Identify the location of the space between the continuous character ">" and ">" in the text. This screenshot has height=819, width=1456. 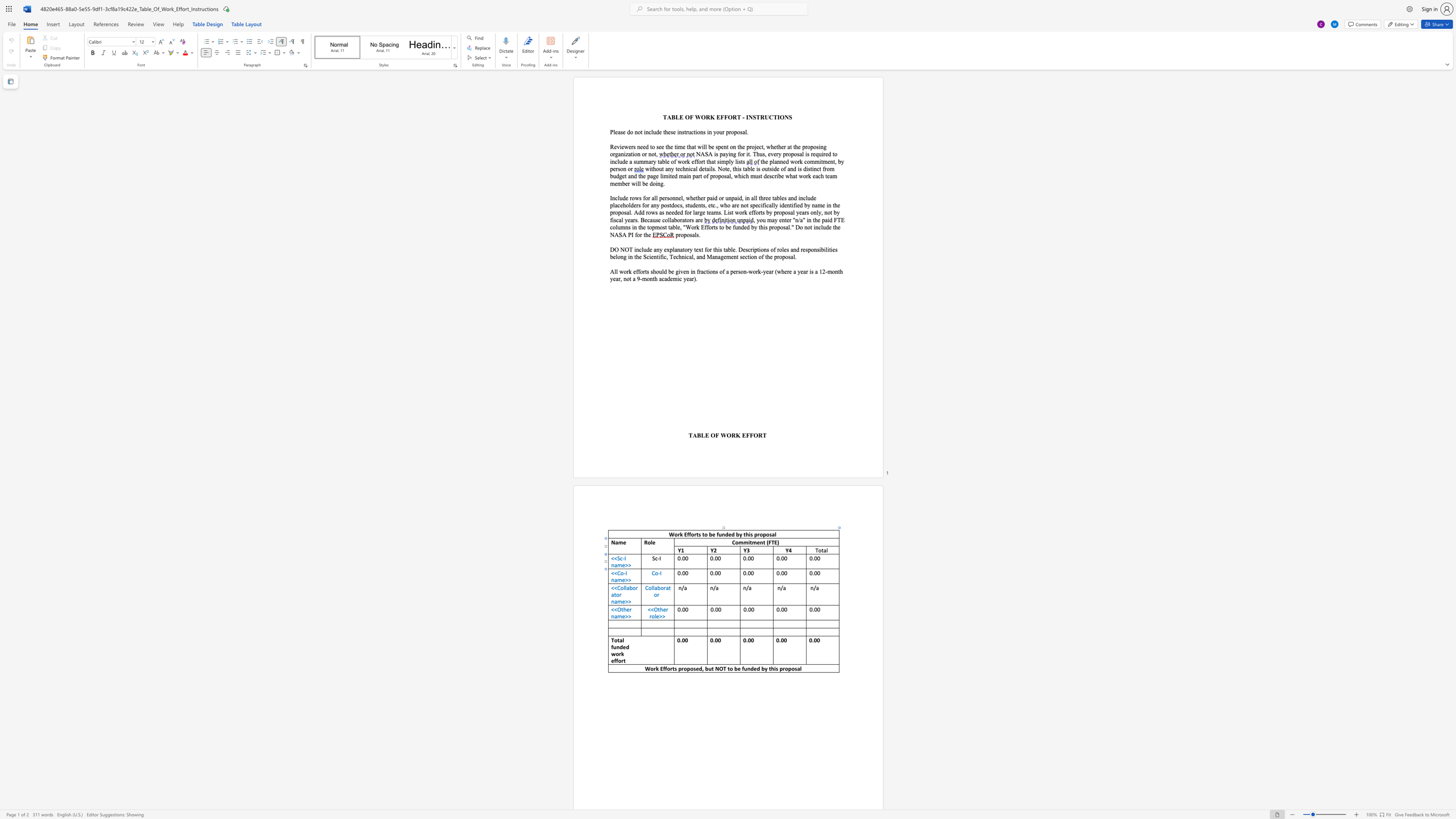
(628, 580).